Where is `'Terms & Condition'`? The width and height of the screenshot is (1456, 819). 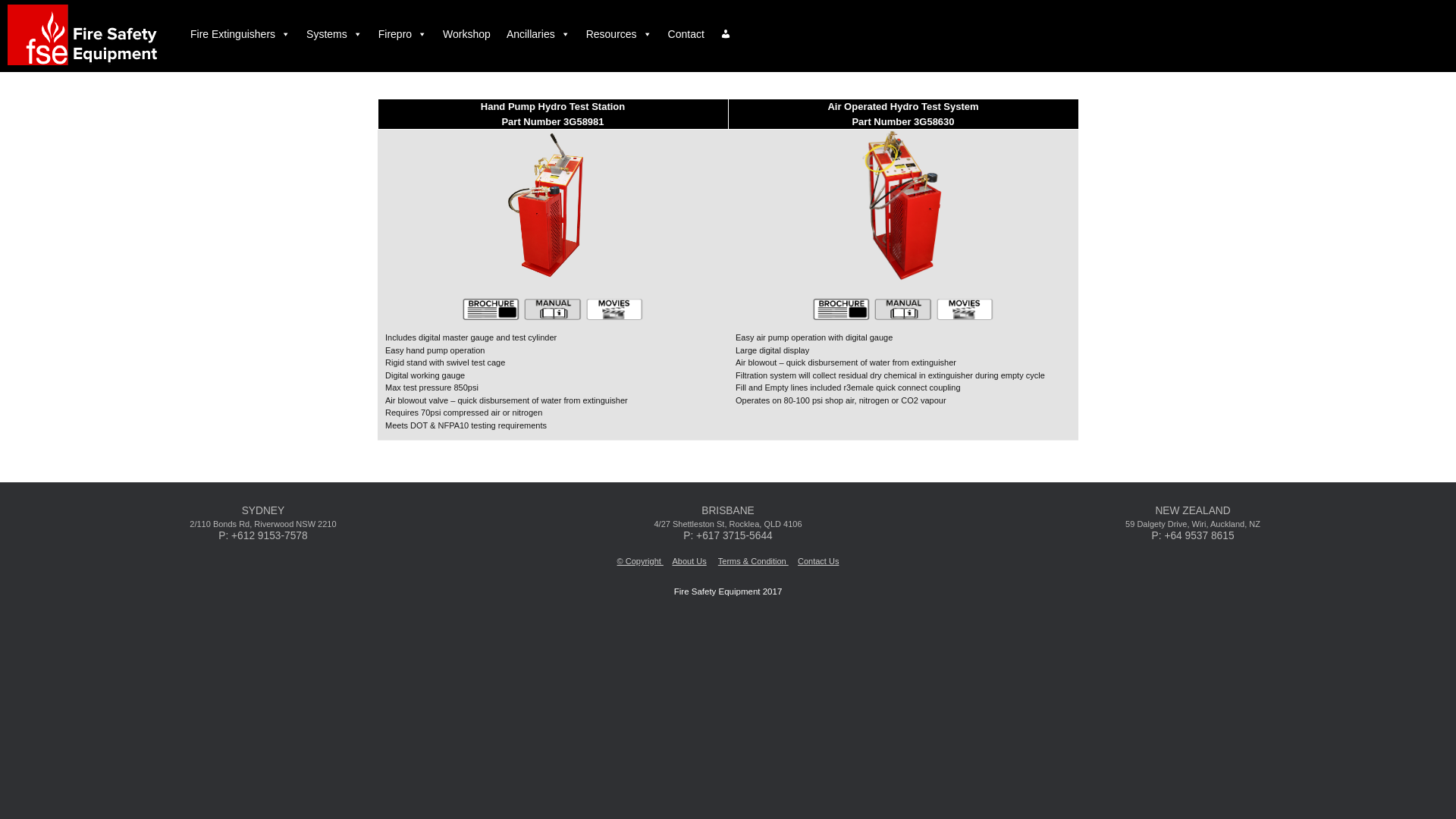 'Terms & Condition' is located at coordinates (753, 561).